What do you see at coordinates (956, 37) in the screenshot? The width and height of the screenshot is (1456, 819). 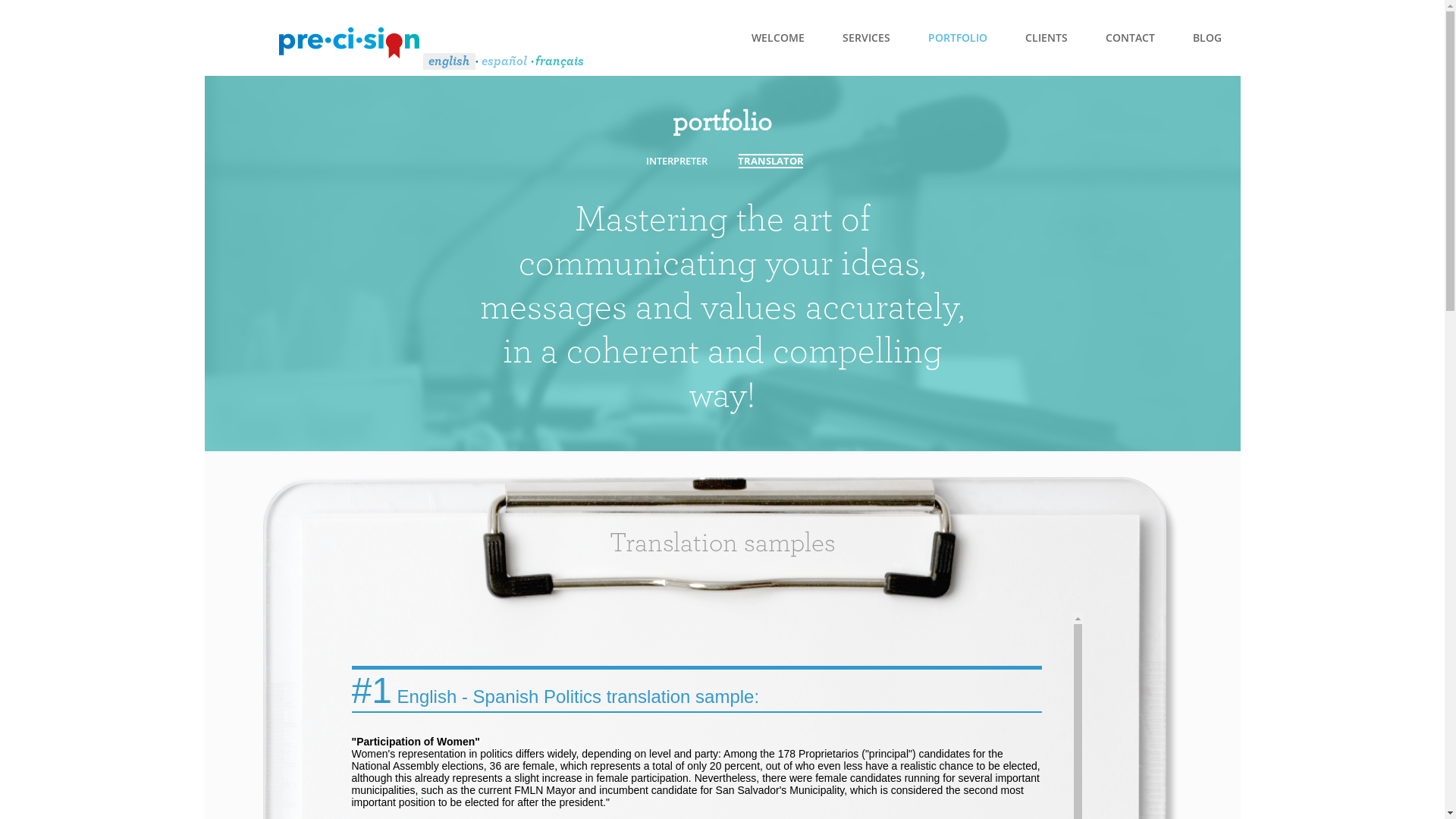 I see `'PORTFOLIO'` at bounding box center [956, 37].